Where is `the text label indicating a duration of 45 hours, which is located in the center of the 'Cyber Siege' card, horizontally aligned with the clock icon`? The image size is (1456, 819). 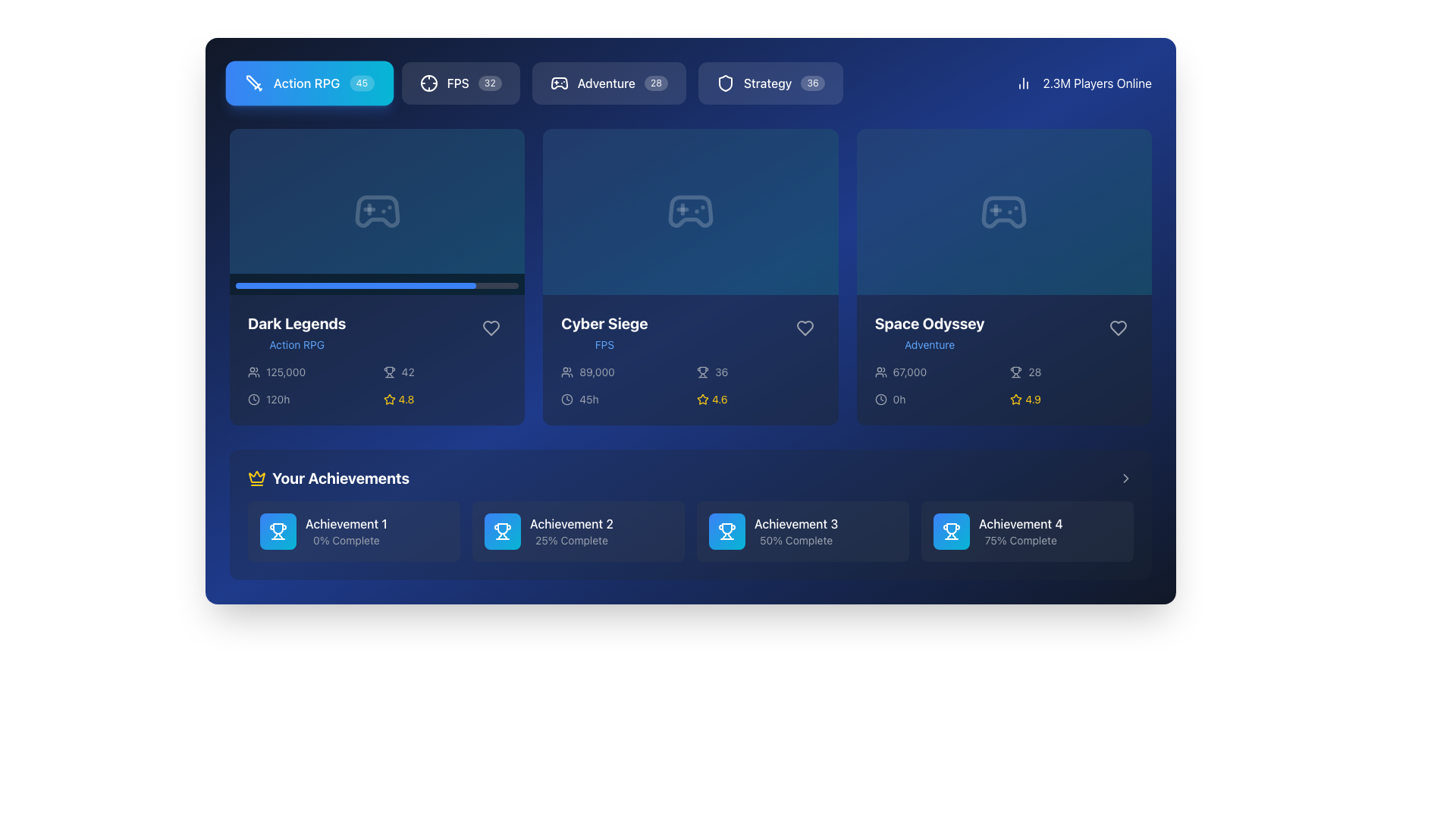 the text label indicating a duration of 45 hours, which is located in the center of the 'Cyber Siege' card, horizontally aligned with the clock icon is located at coordinates (588, 398).